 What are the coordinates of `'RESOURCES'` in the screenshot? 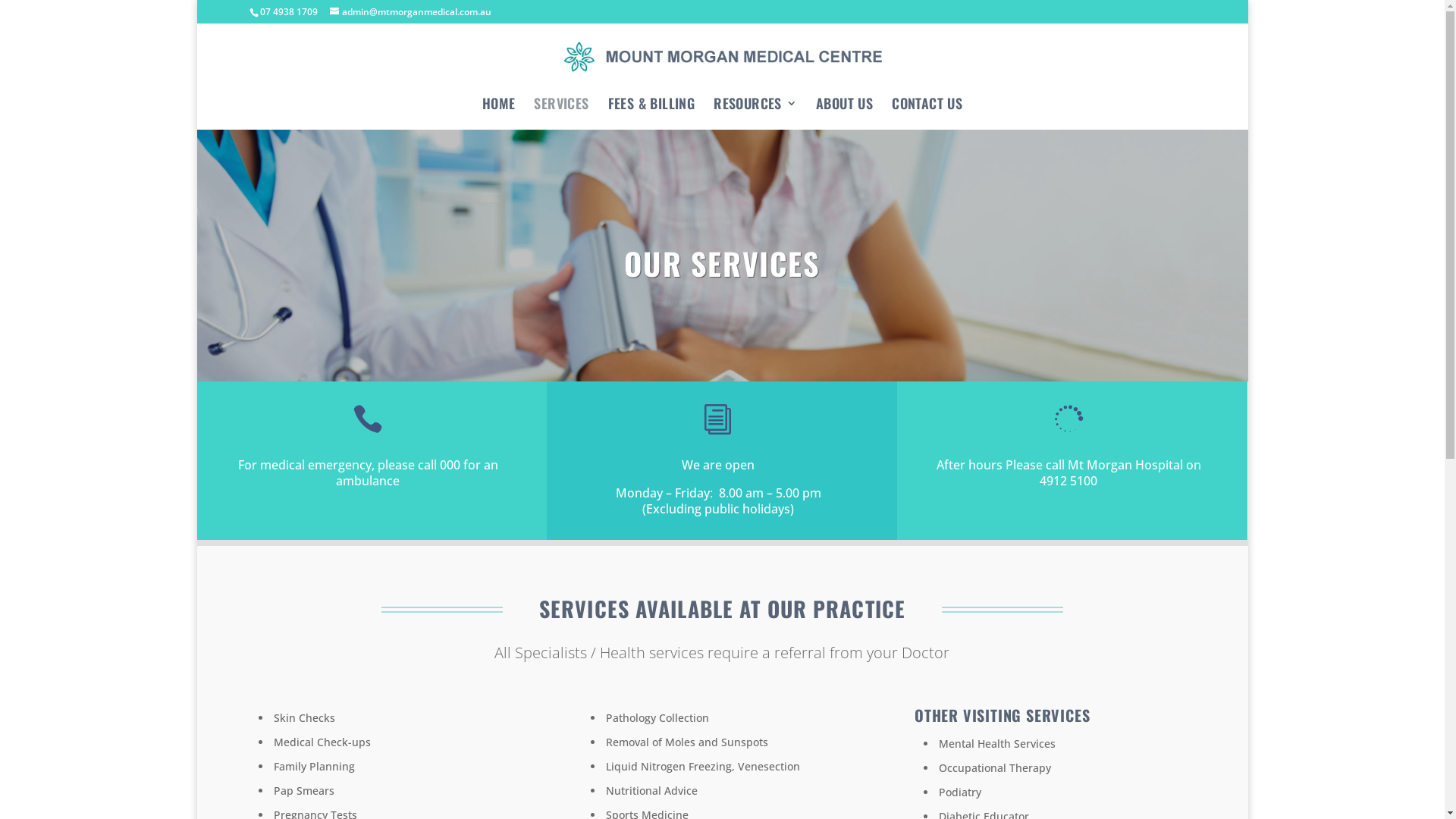 It's located at (712, 108).